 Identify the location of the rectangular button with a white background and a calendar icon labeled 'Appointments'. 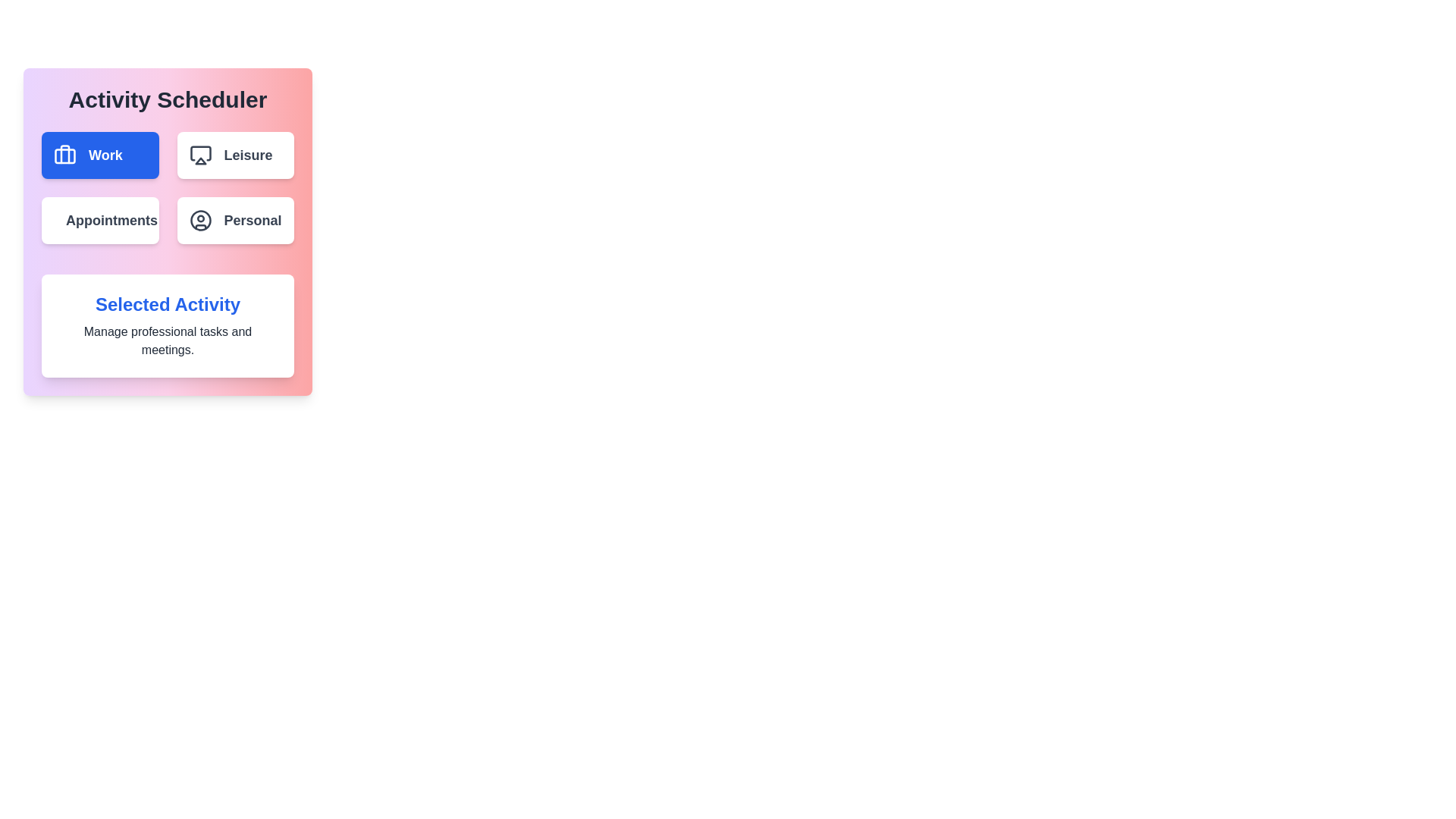
(99, 220).